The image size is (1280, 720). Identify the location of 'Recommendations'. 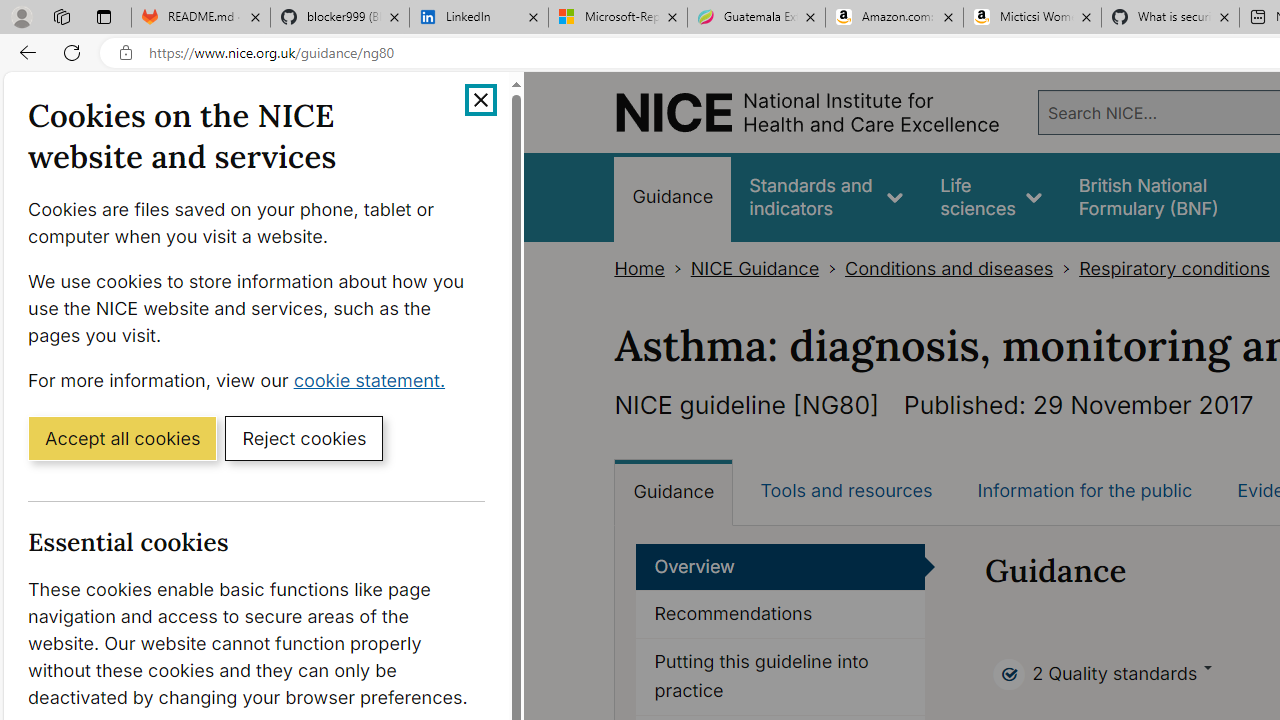
(780, 614).